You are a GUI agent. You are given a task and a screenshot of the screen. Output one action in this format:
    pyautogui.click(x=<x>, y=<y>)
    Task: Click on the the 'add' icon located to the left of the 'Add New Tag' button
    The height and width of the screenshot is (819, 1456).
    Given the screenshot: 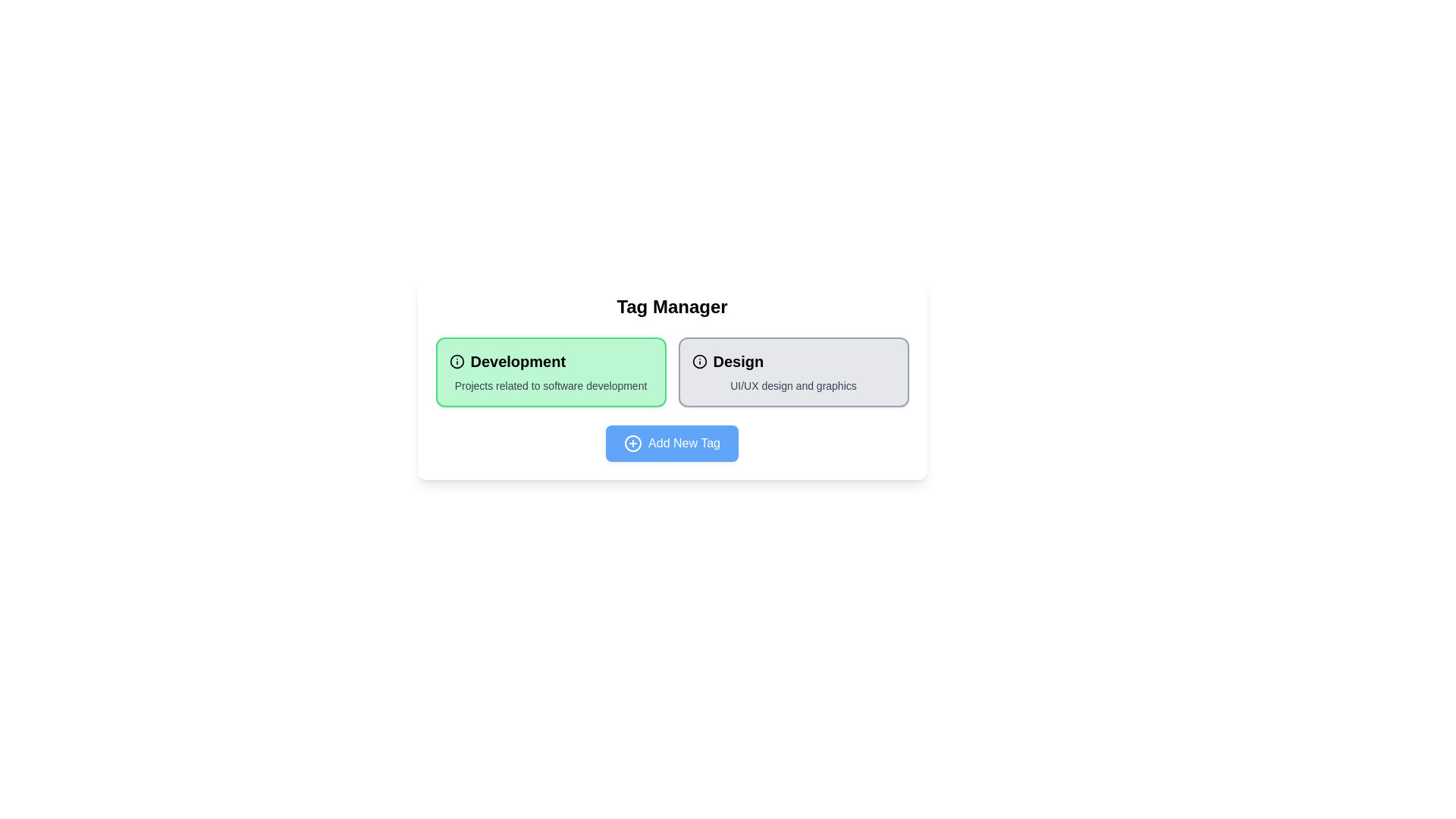 What is the action you would take?
    pyautogui.click(x=633, y=444)
    